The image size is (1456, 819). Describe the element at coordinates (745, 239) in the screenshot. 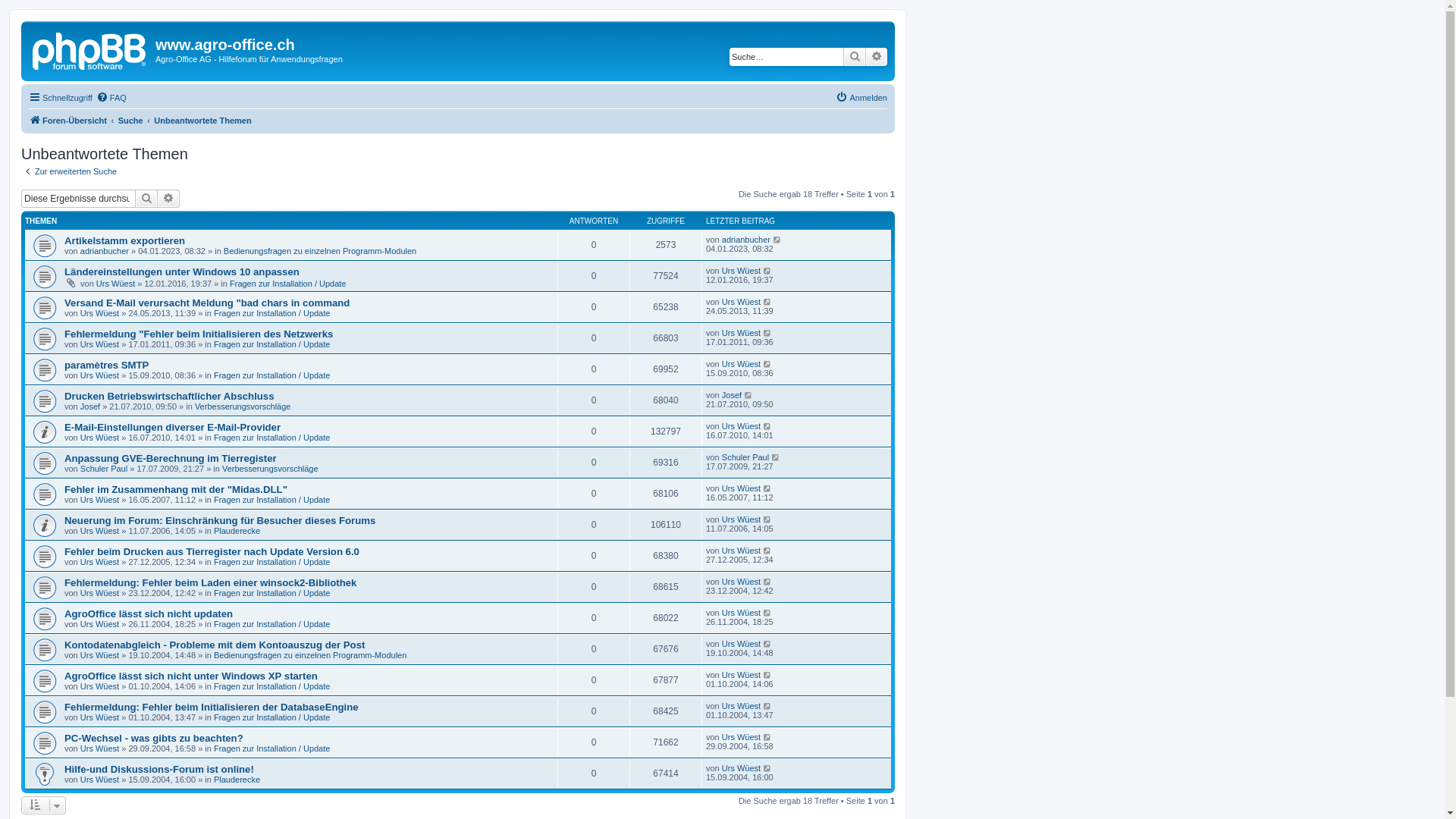

I see `'adrianbucher'` at that location.